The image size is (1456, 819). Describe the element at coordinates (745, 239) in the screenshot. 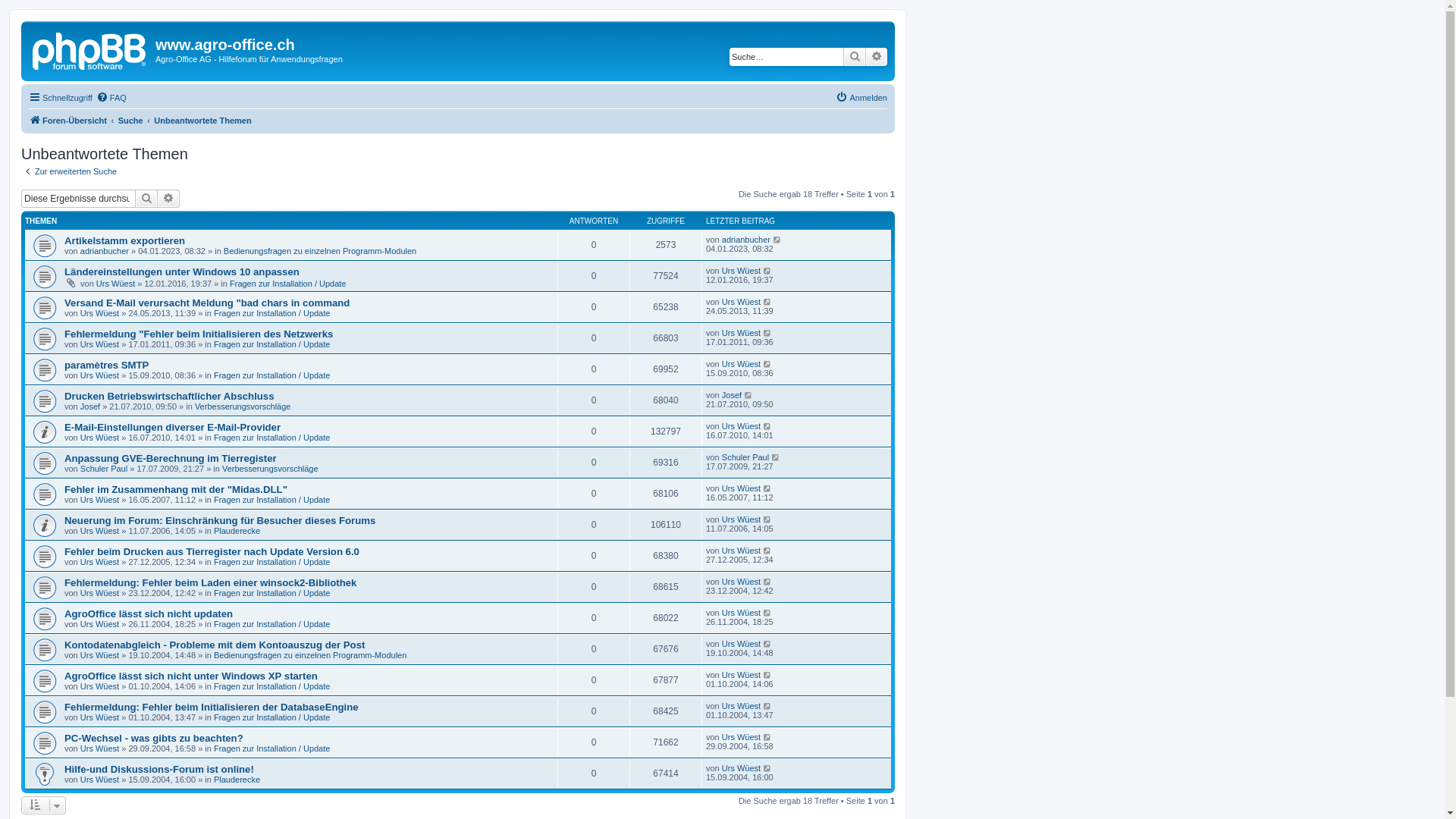

I see `'adrianbucher'` at that location.